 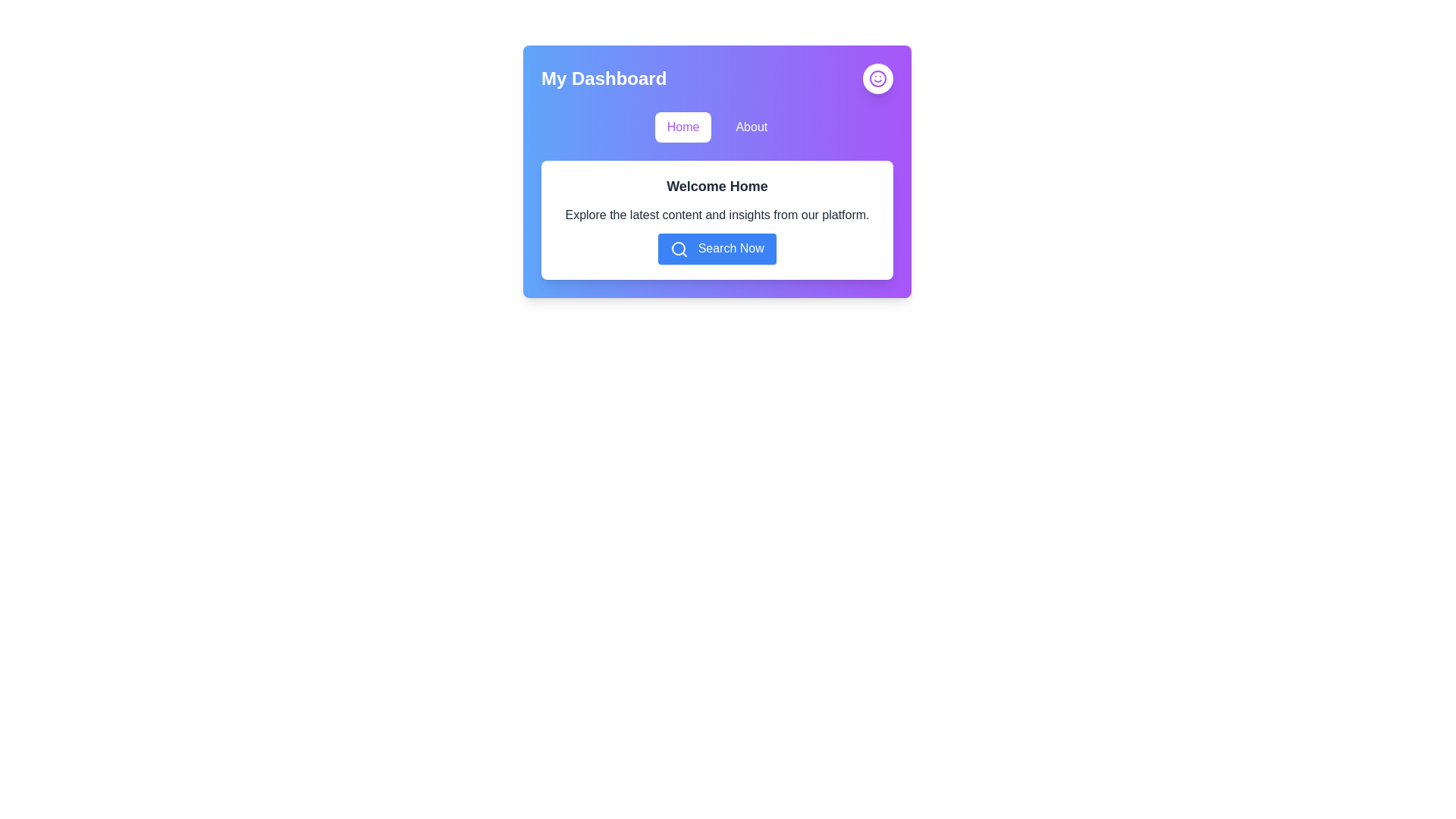 I want to click on the text label stating 'Explore the latest content and insights from our platform.' which is positioned below the bold heading 'Welcome Home' and above the 'Search Now' button, so click(x=716, y=215).